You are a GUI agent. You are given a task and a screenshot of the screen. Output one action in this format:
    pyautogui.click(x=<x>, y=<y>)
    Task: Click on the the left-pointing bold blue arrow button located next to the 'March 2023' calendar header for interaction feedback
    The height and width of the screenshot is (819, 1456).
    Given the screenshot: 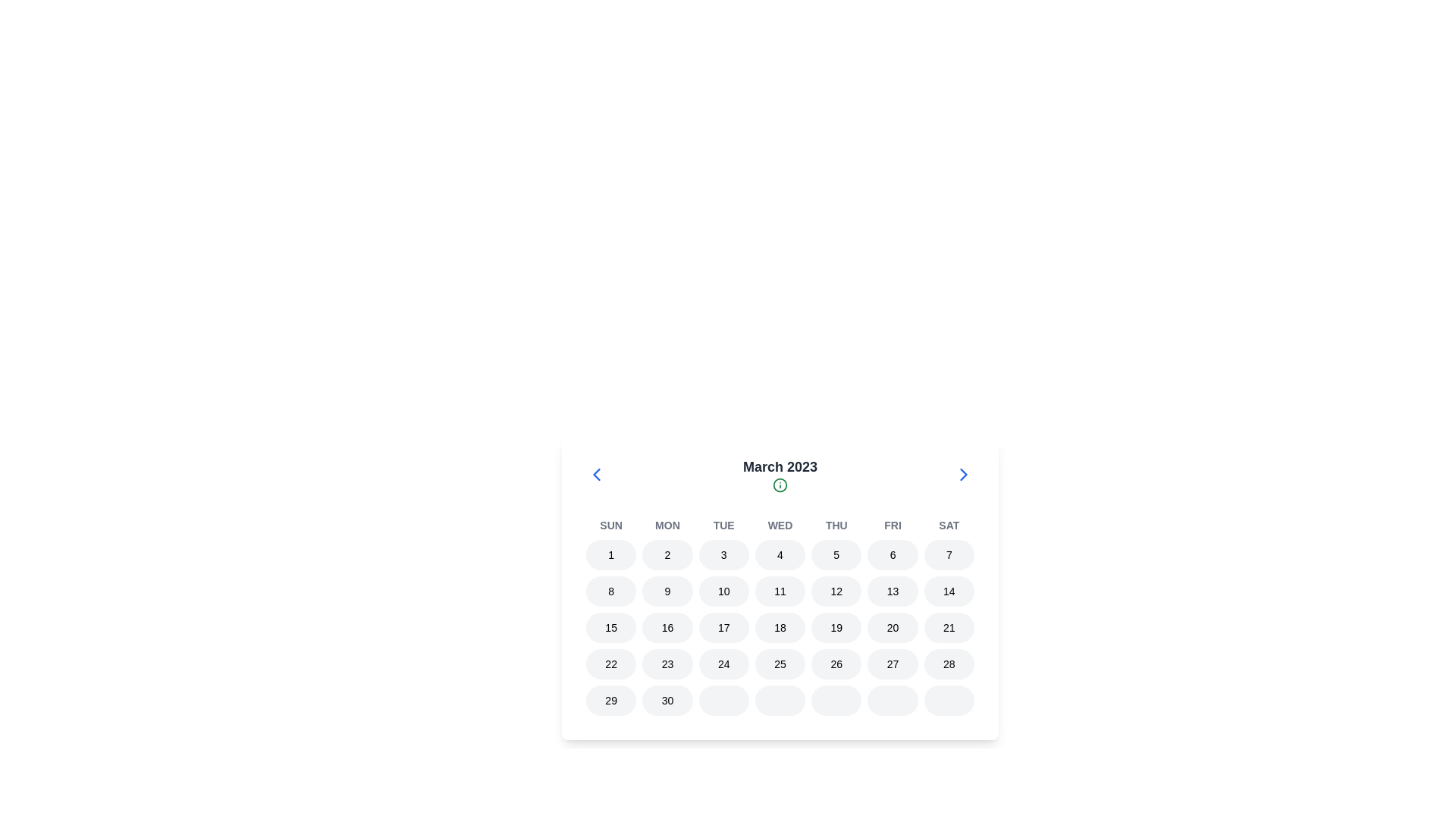 What is the action you would take?
    pyautogui.click(x=596, y=473)
    